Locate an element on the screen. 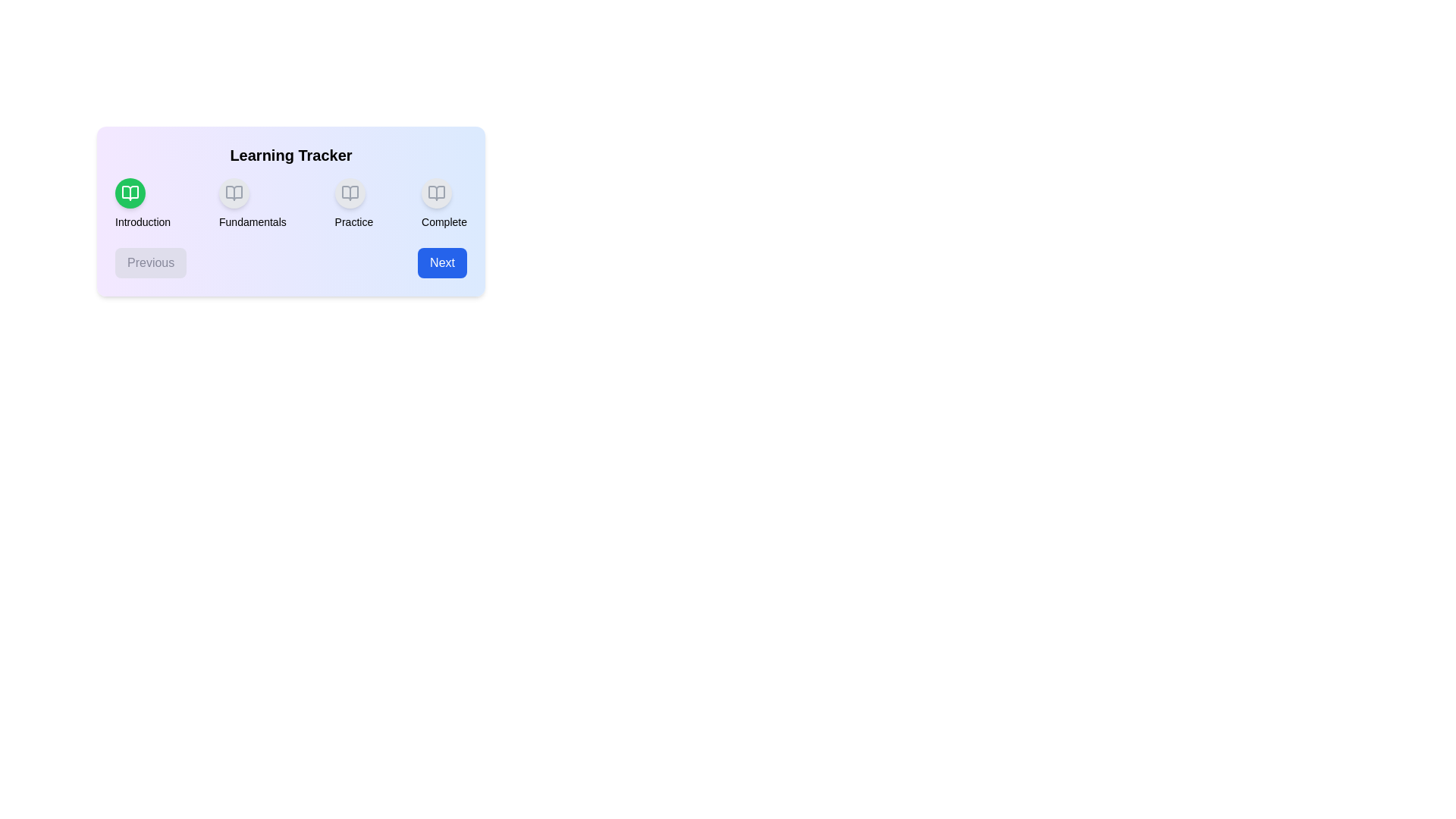 The height and width of the screenshot is (819, 1456). the 'Fundamentals' SVG icon located within the horizontal menu layout, which is the second icon from the left is located at coordinates (234, 192).